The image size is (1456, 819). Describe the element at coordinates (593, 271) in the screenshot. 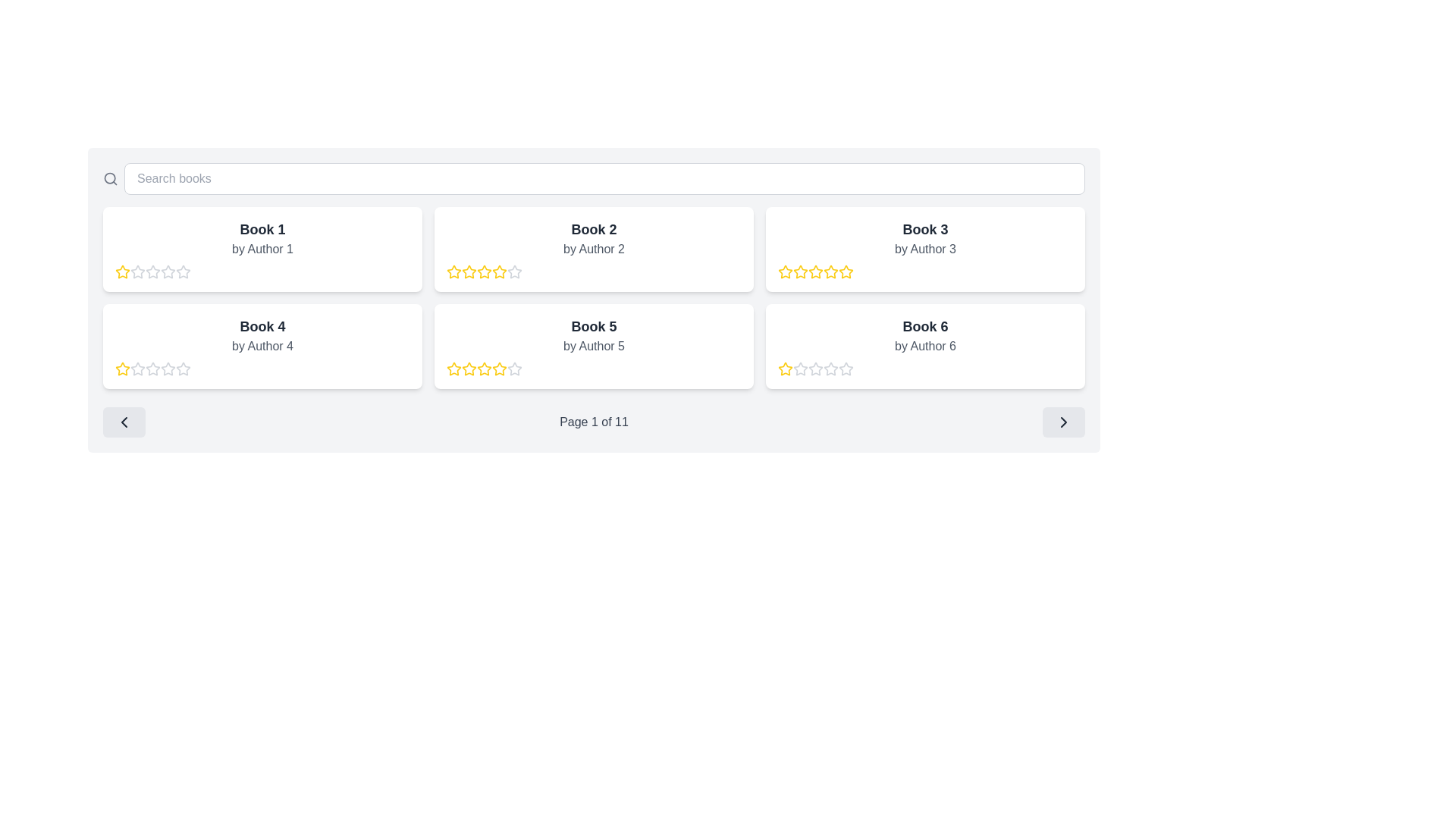

I see `the Rating Display element, which visually represents the rating for an item, located below the title 'Book 2 by Author 2' inside a white card with rounded corners in the top-center area of the interface layout` at that location.